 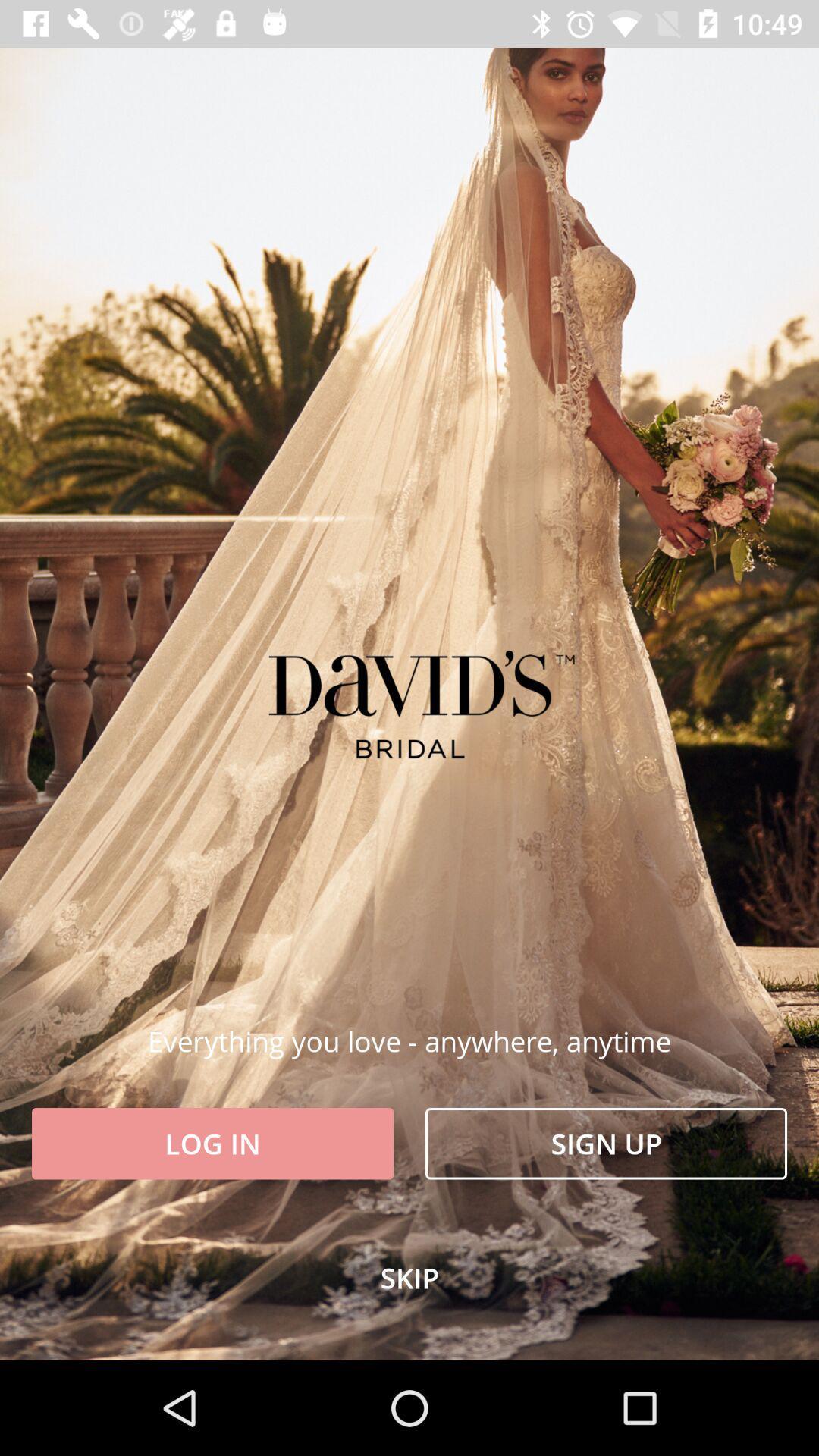 What do you see at coordinates (212, 1144) in the screenshot?
I see `the log in item` at bounding box center [212, 1144].